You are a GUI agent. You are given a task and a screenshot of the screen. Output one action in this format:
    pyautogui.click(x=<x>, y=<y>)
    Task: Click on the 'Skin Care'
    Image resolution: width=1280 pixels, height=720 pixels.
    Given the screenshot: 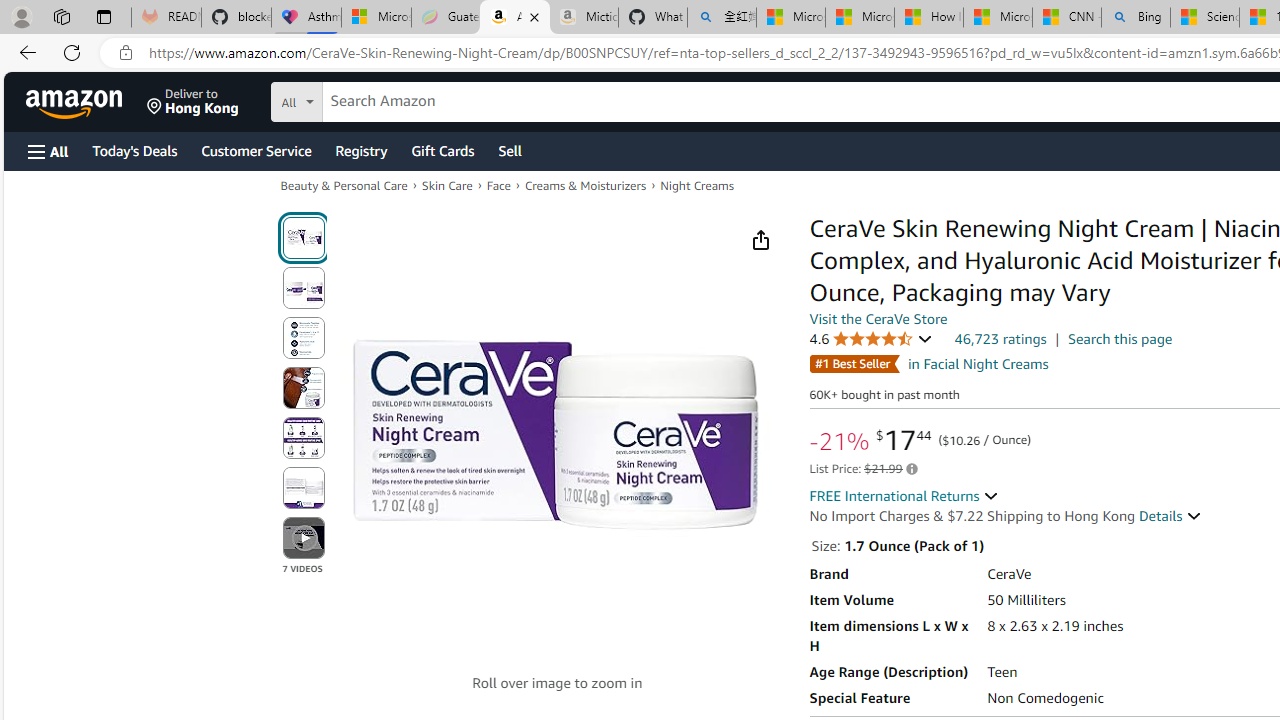 What is the action you would take?
    pyautogui.click(x=446, y=185)
    